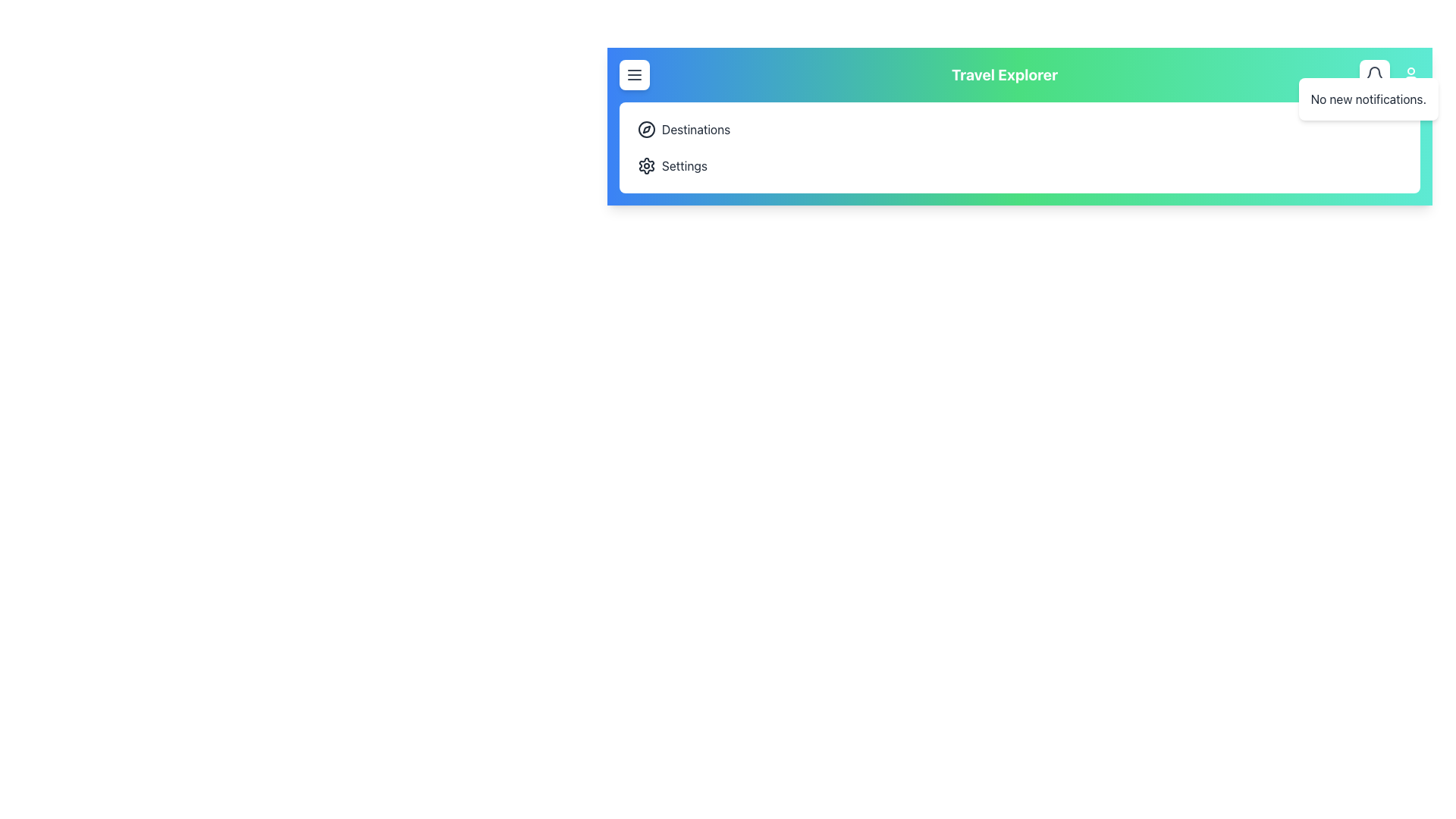  What do you see at coordinates (647, 166) in the screenshot?
I see `the settings icon, which is a gear-shaped graphical representation located in the secondary navigation menu below the 'Travel Explorer' header, specifically aligned with the 'Settings' text` at bounding box center [647, 166].